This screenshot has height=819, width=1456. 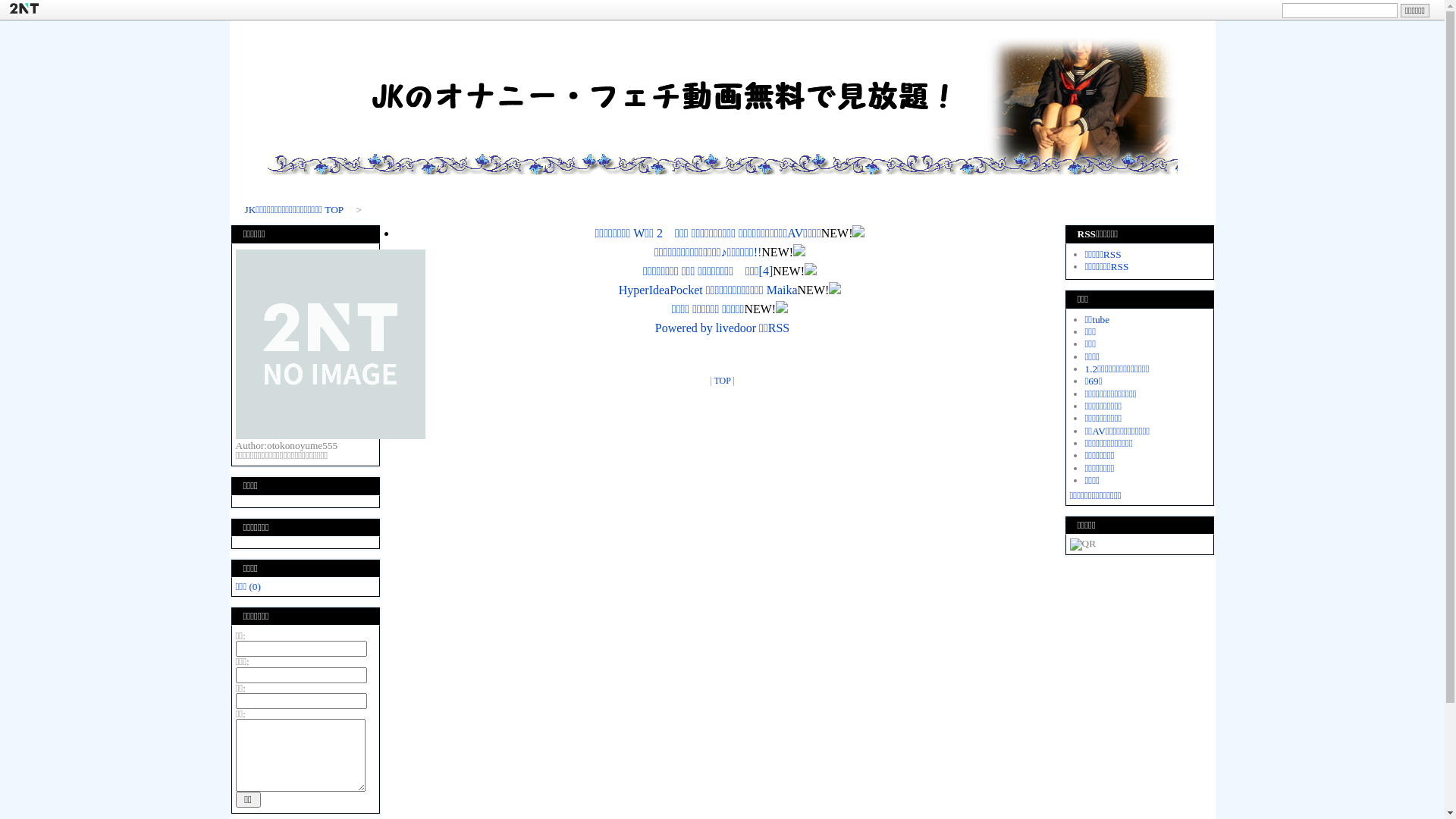 What do you see at coordinates (720, 379) in the screenshot?
I see `'TOP'` at bounding box center [720, 379].